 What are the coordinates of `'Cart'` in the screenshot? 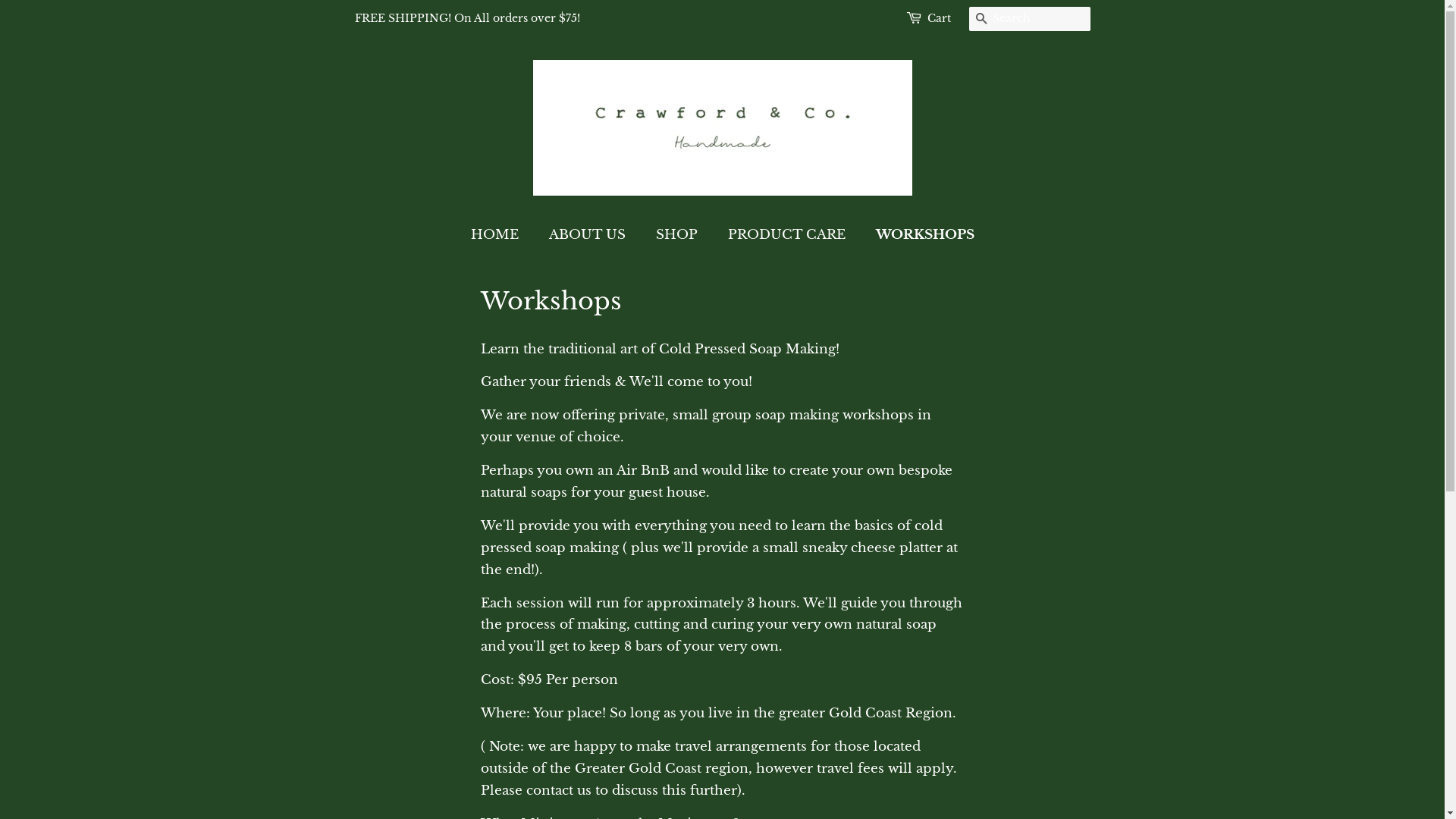 It's located at (937, 18).